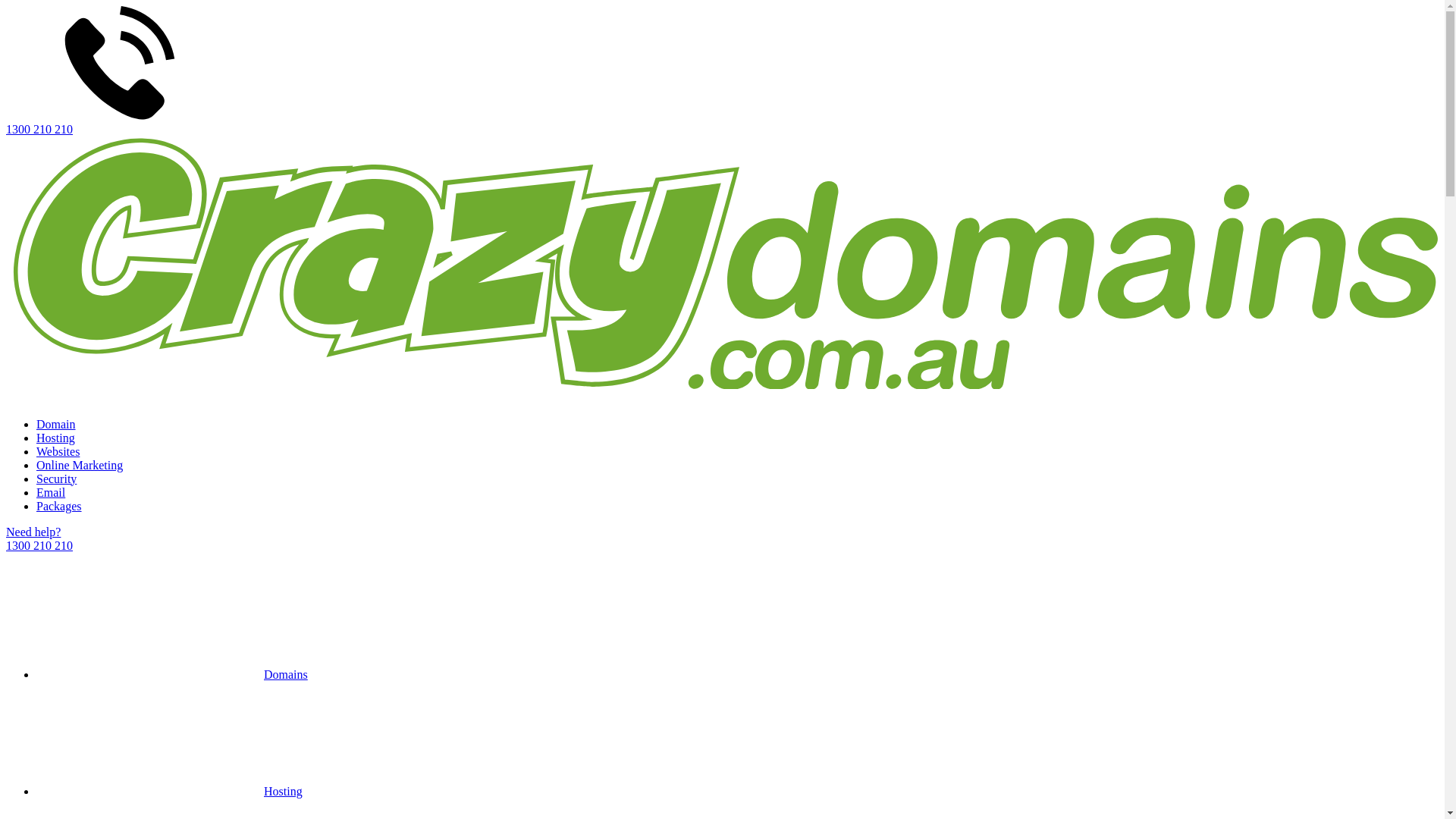  What do you see at coordinates (55, 424) in the screenshot?
I see `'Domain'` at bounding box center [55, 424].